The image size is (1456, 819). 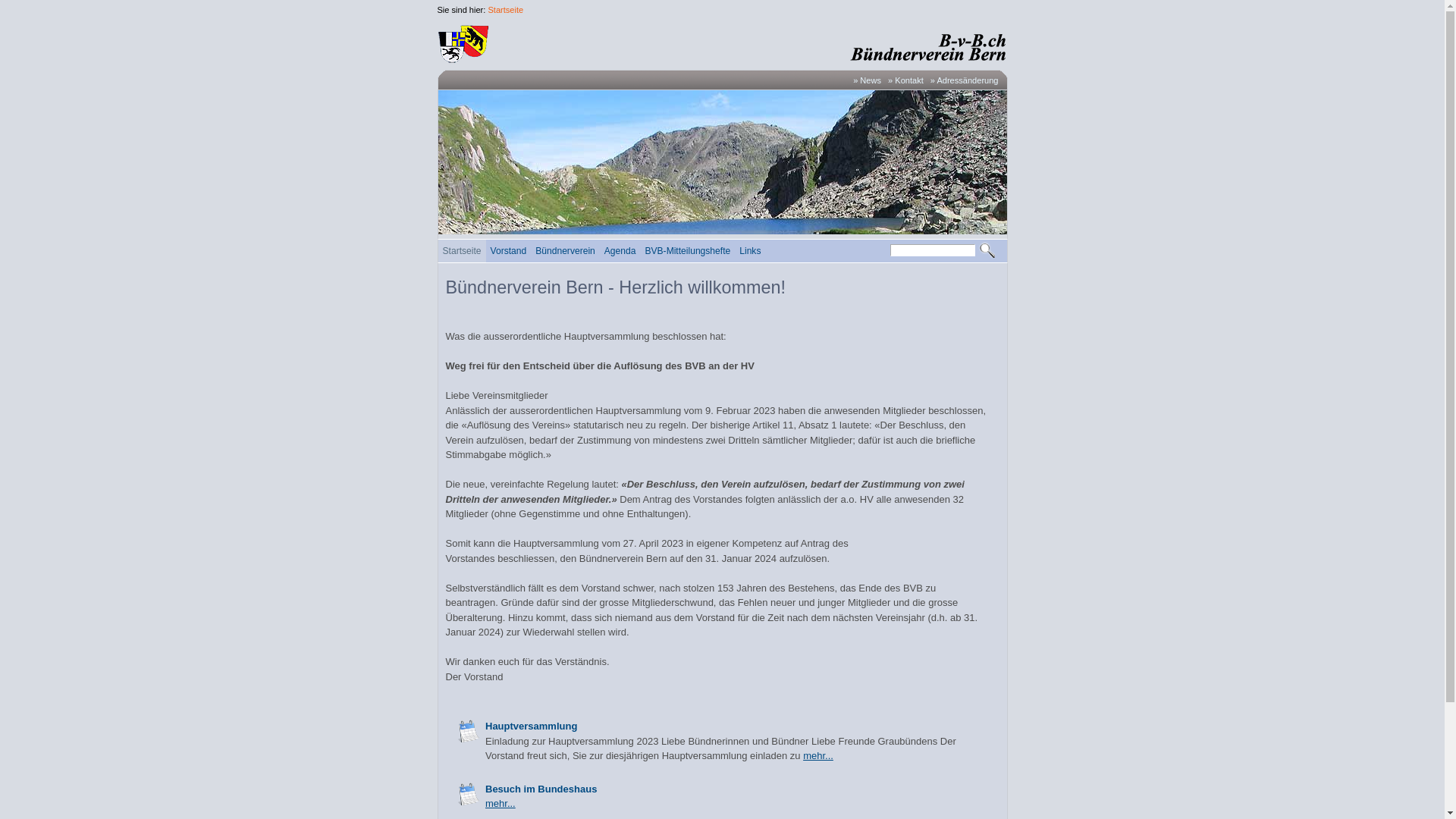 What do you see at coordinates (486, 250) in the screenshot?
I see `'Vorstand'` at bounding box center [486, 250].